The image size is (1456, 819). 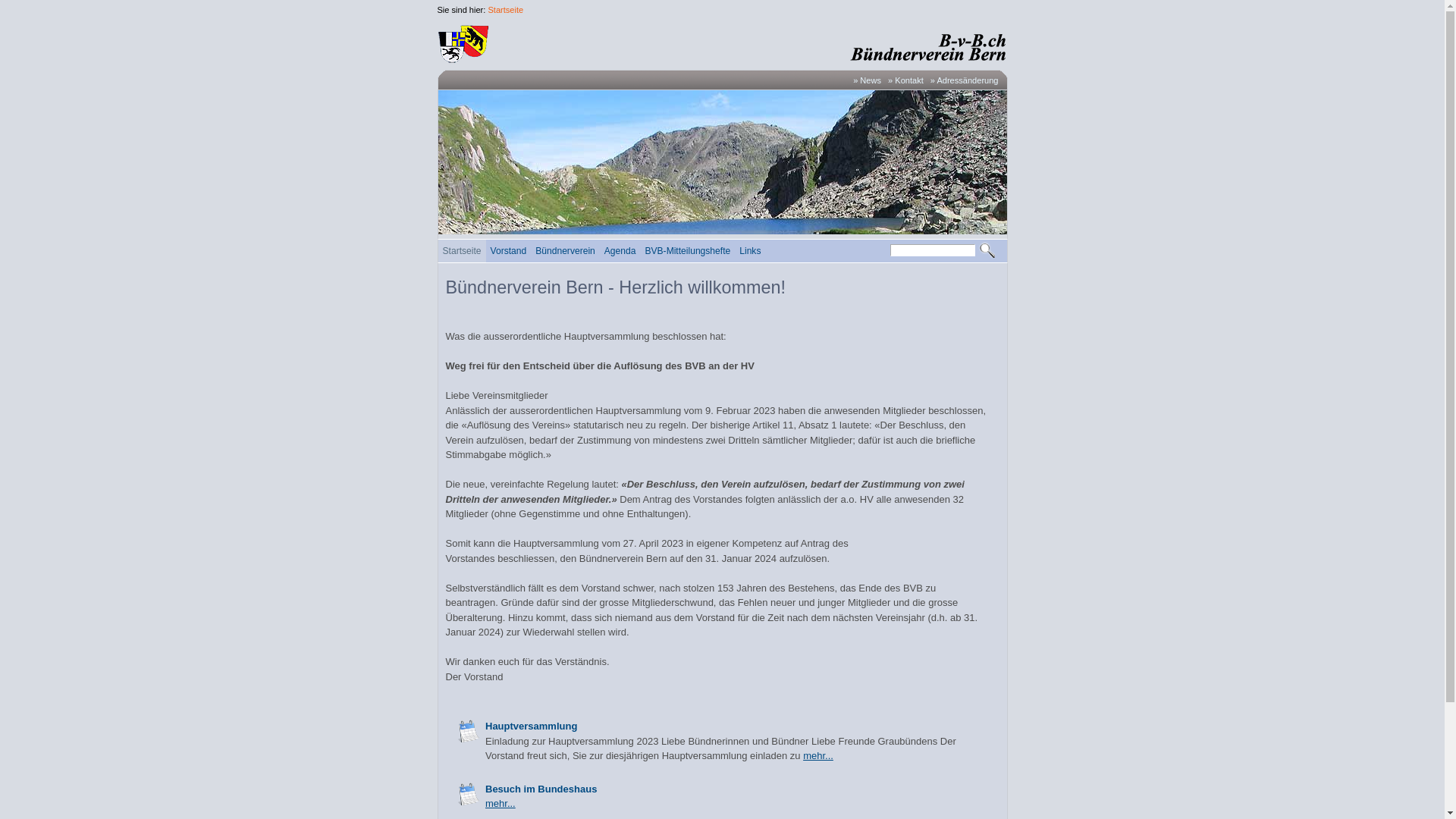 What do you see at coordinates (486, 250) in the screenshot?
I see `'Vorstand'` at bounding box center [486, 250].